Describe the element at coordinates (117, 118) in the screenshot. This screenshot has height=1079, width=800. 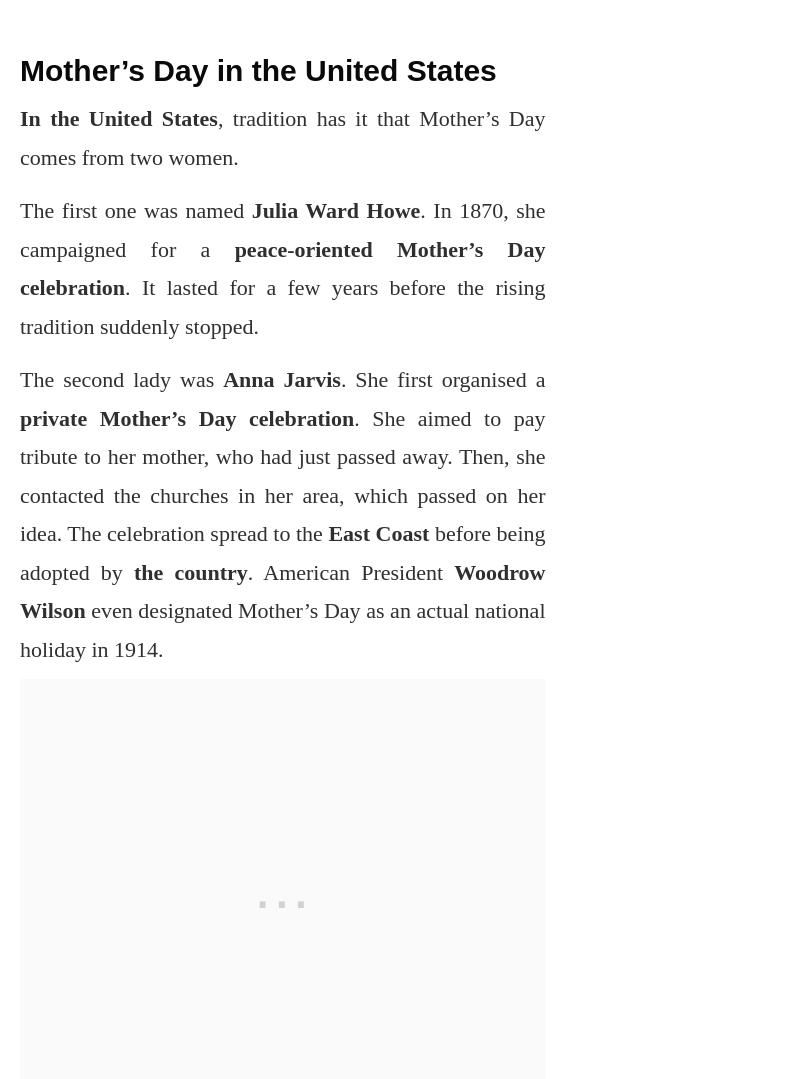
I see `'In the United States'` at that location.